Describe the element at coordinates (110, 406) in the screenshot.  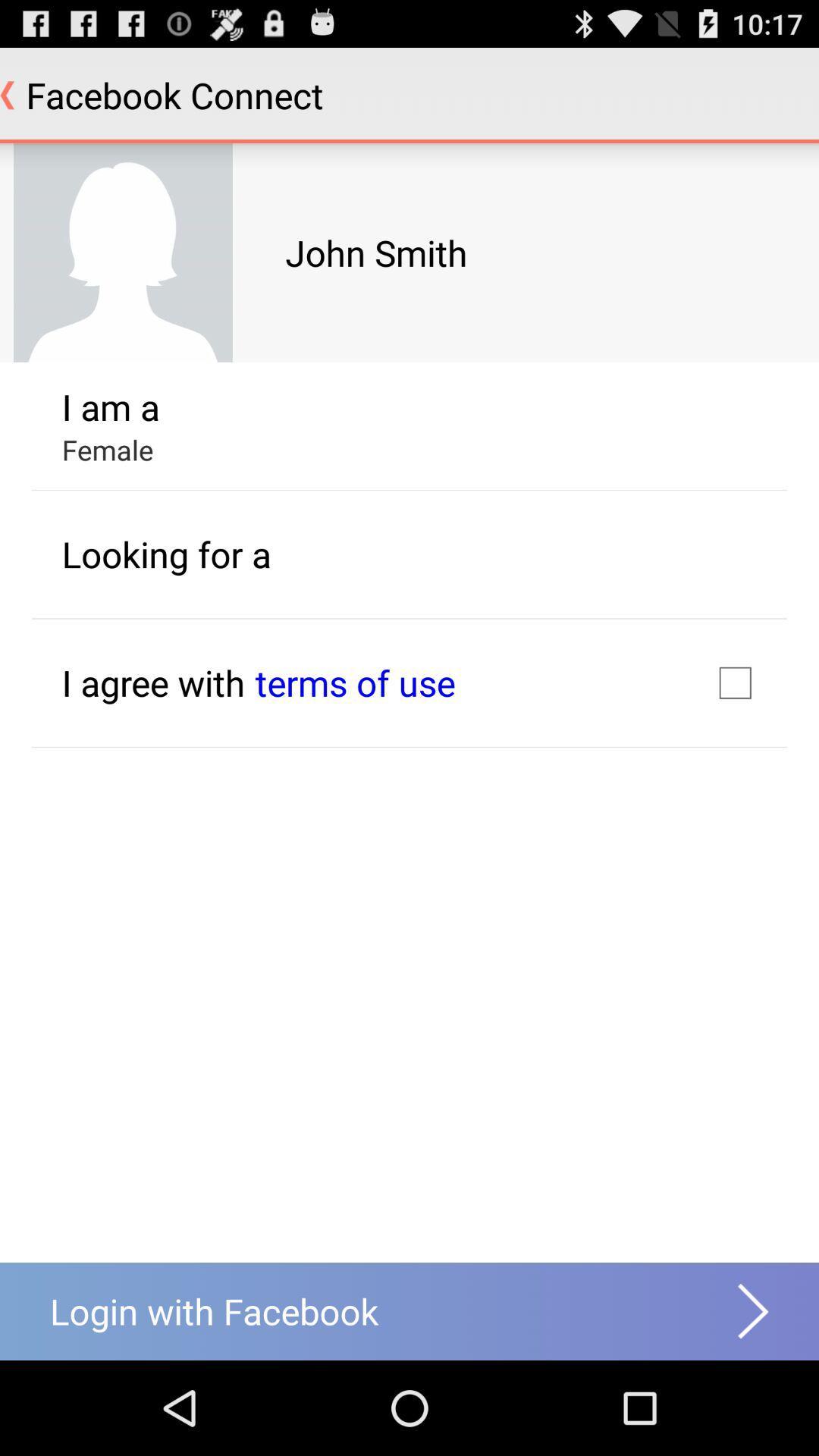
I see `i am a item` at that location.